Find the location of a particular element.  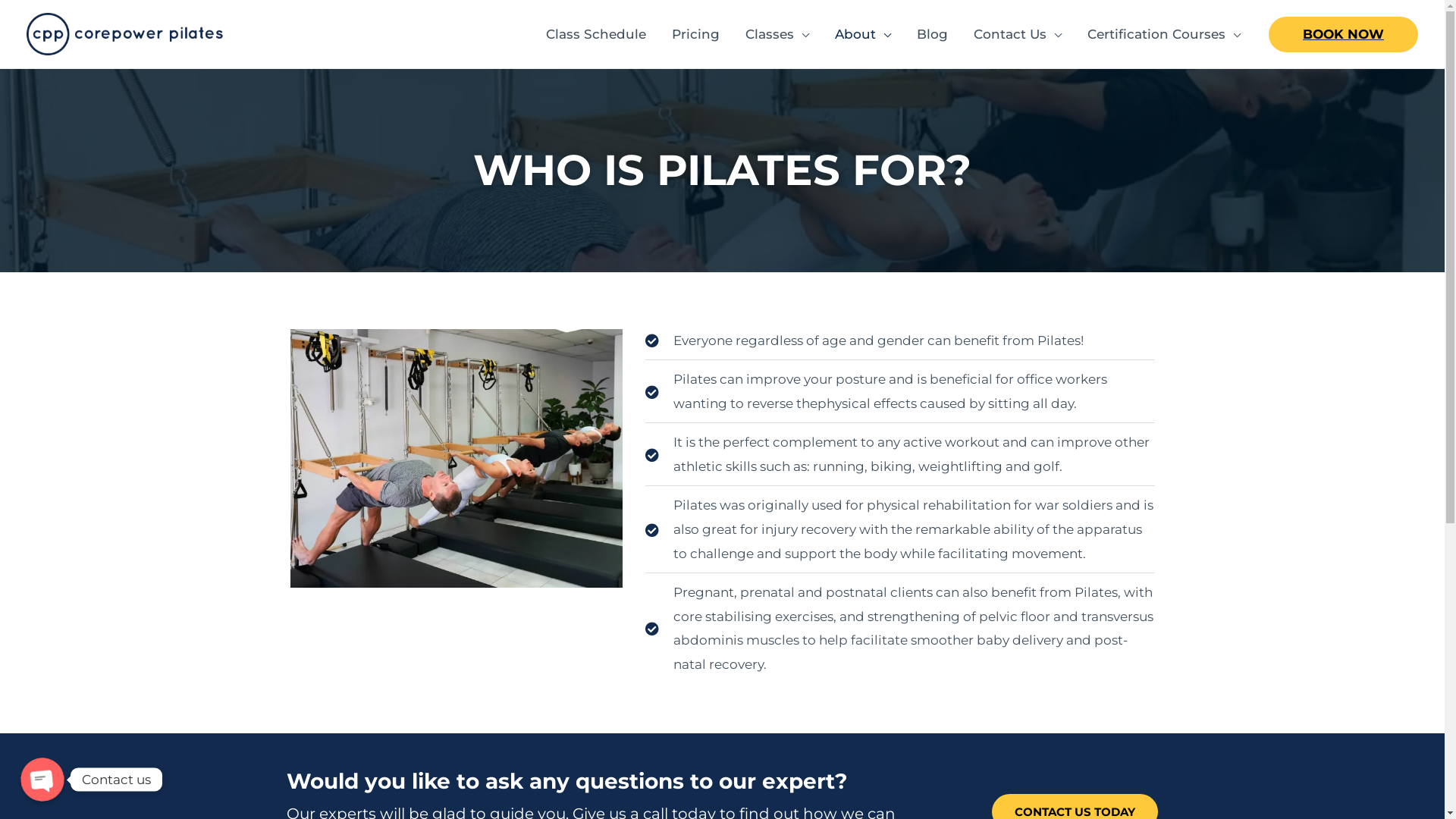

'BOOK NOW' is located at coordinates (1269, 34).